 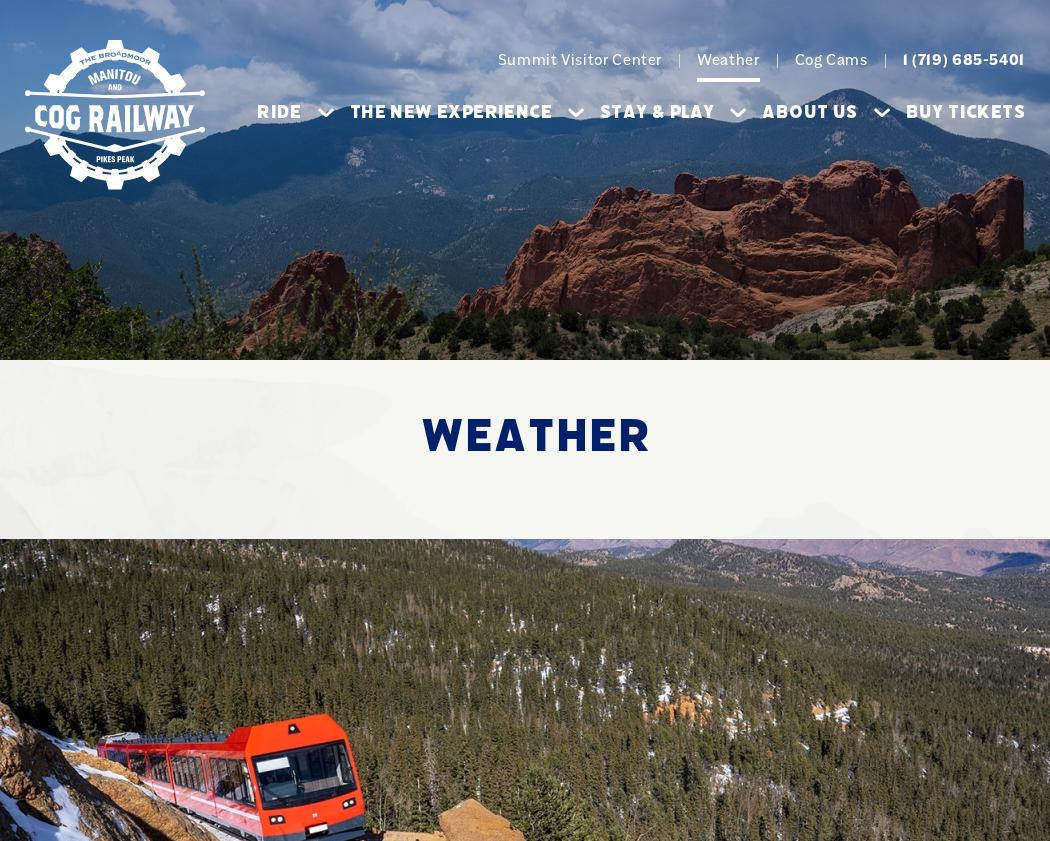 I want to click on 'Cog Cams', so click(x=830, y=58).